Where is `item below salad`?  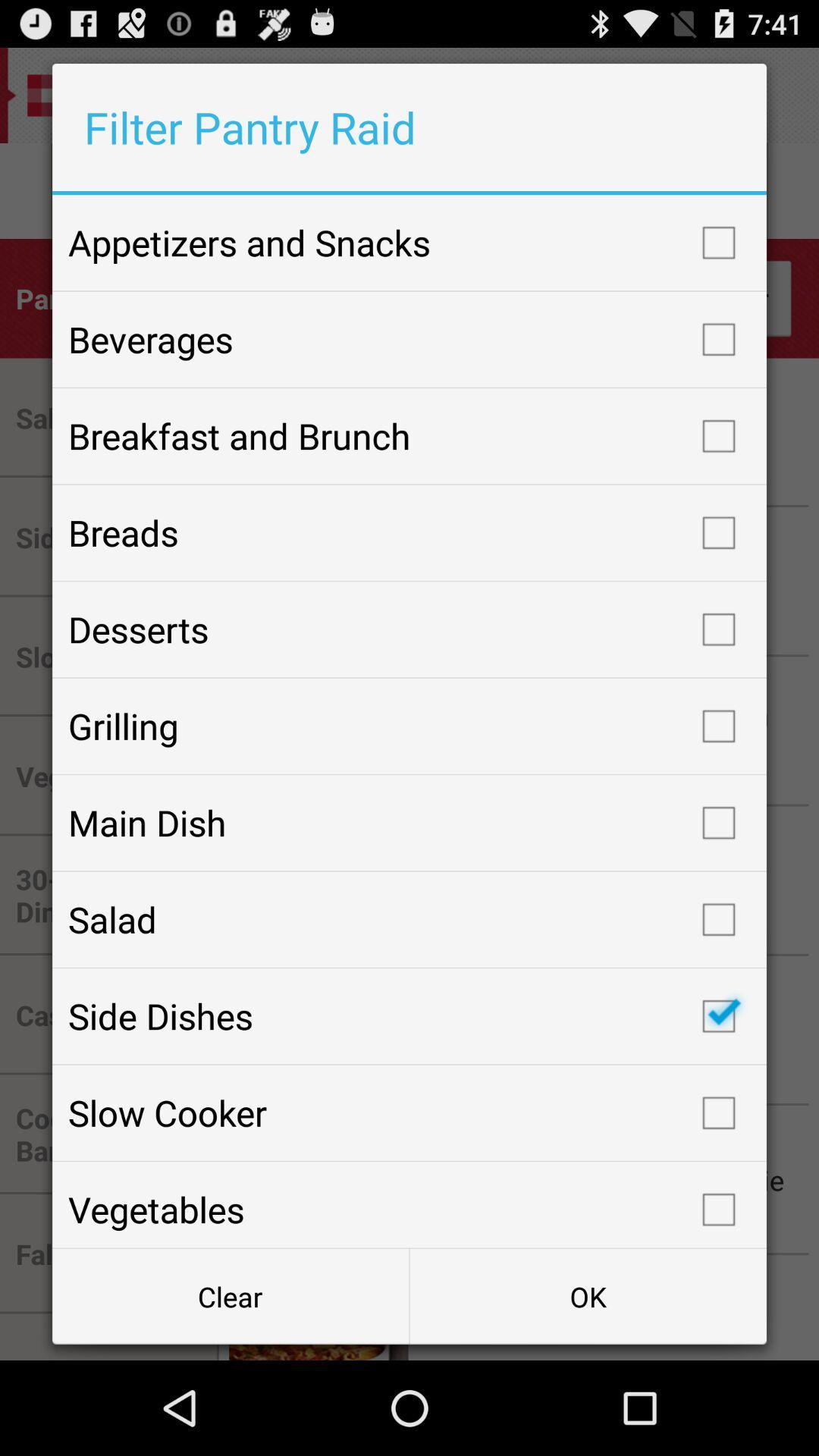 item below salad is located at coordinates (409, 1016).